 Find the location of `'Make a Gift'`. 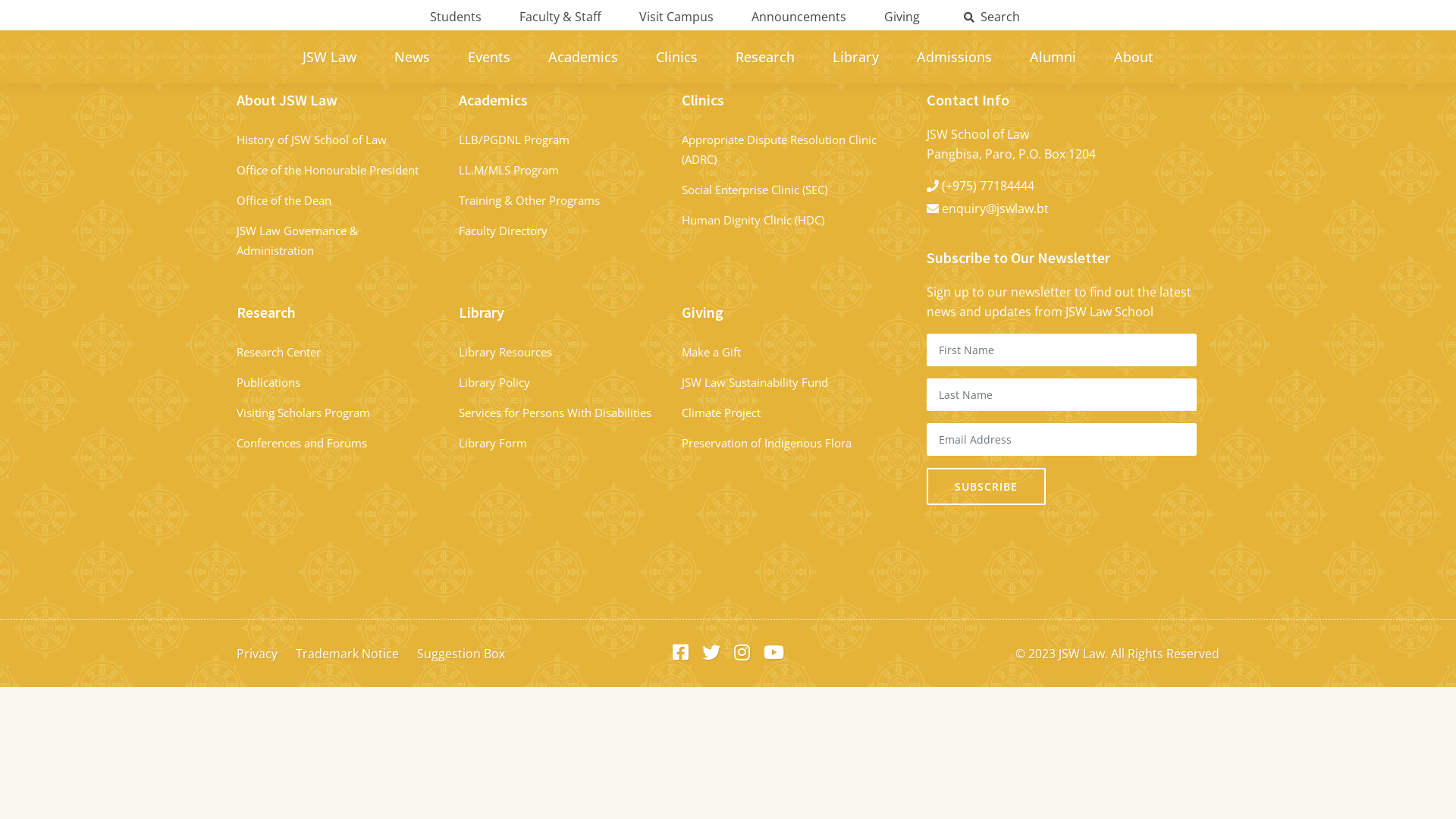

'Make a Gift' is located at coordinates (710, 351).